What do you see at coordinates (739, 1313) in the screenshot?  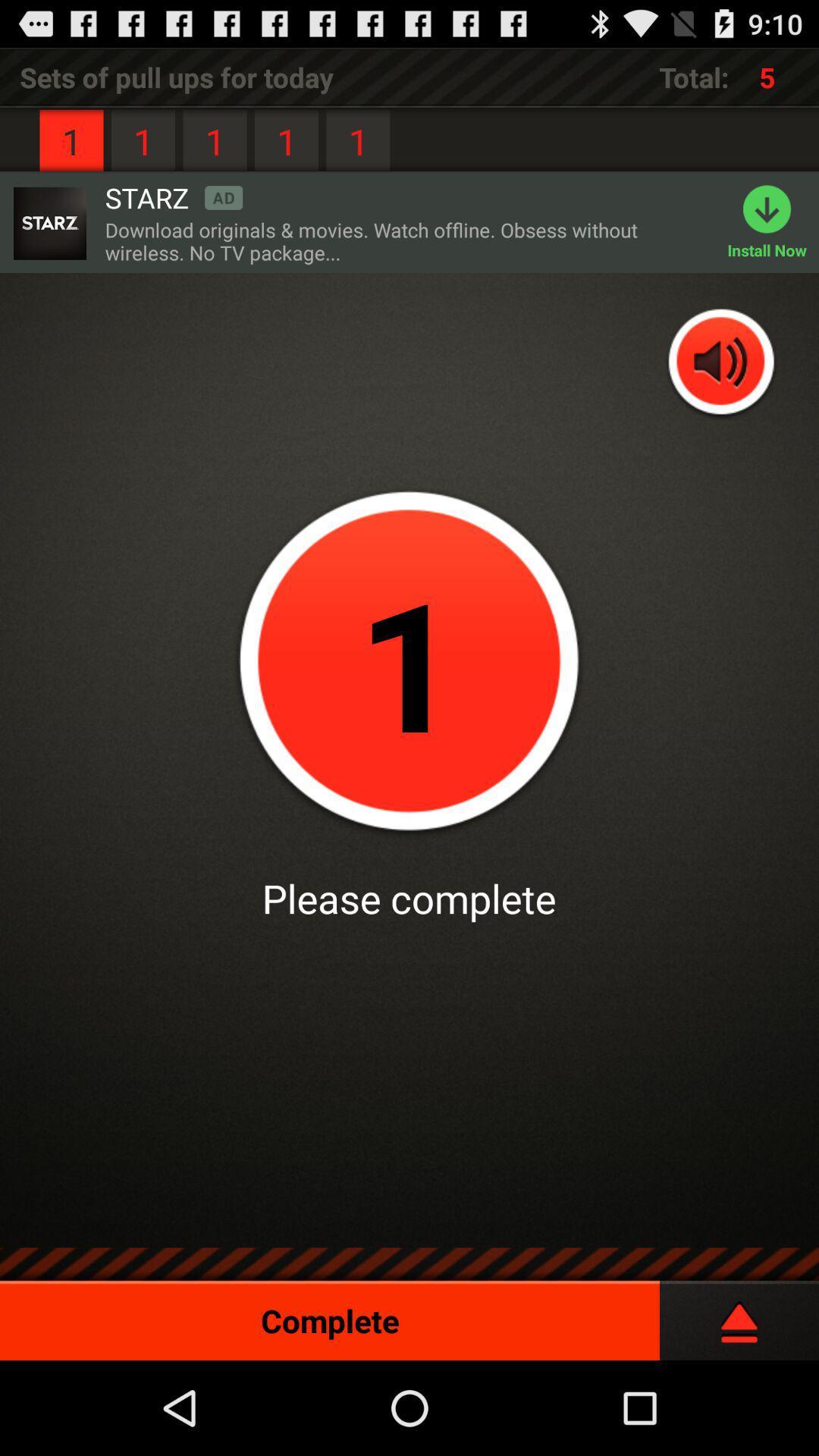 I see `the item at the bottom right corner` at bounding box center [739, 1313].